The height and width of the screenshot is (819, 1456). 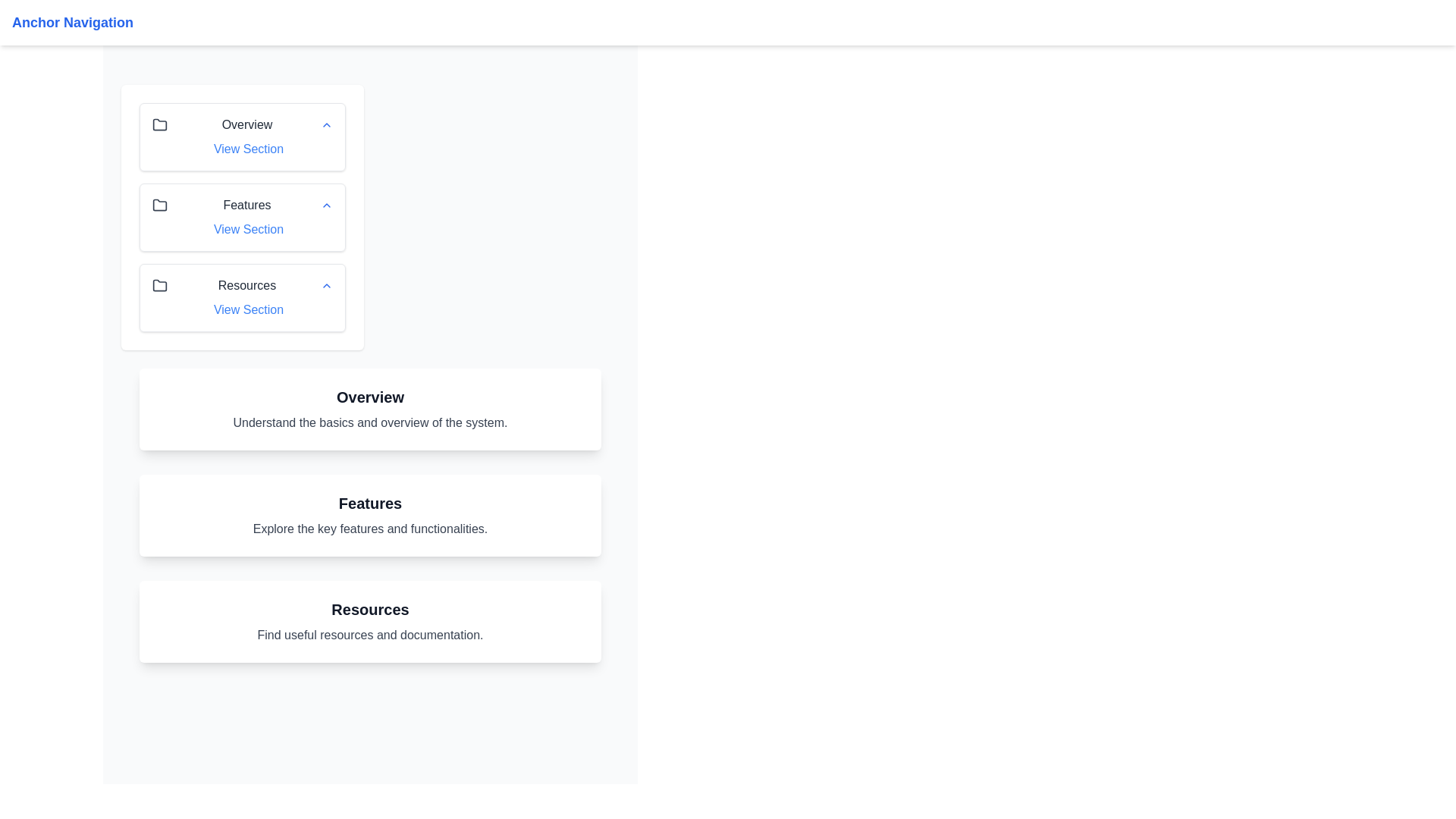 What do you see at coordinates (370, 409) in the screenshot?
I see `the 'Overview' informational card, which includes the title in bold and the description text about understanding the system` at bounding box center [370, 409].